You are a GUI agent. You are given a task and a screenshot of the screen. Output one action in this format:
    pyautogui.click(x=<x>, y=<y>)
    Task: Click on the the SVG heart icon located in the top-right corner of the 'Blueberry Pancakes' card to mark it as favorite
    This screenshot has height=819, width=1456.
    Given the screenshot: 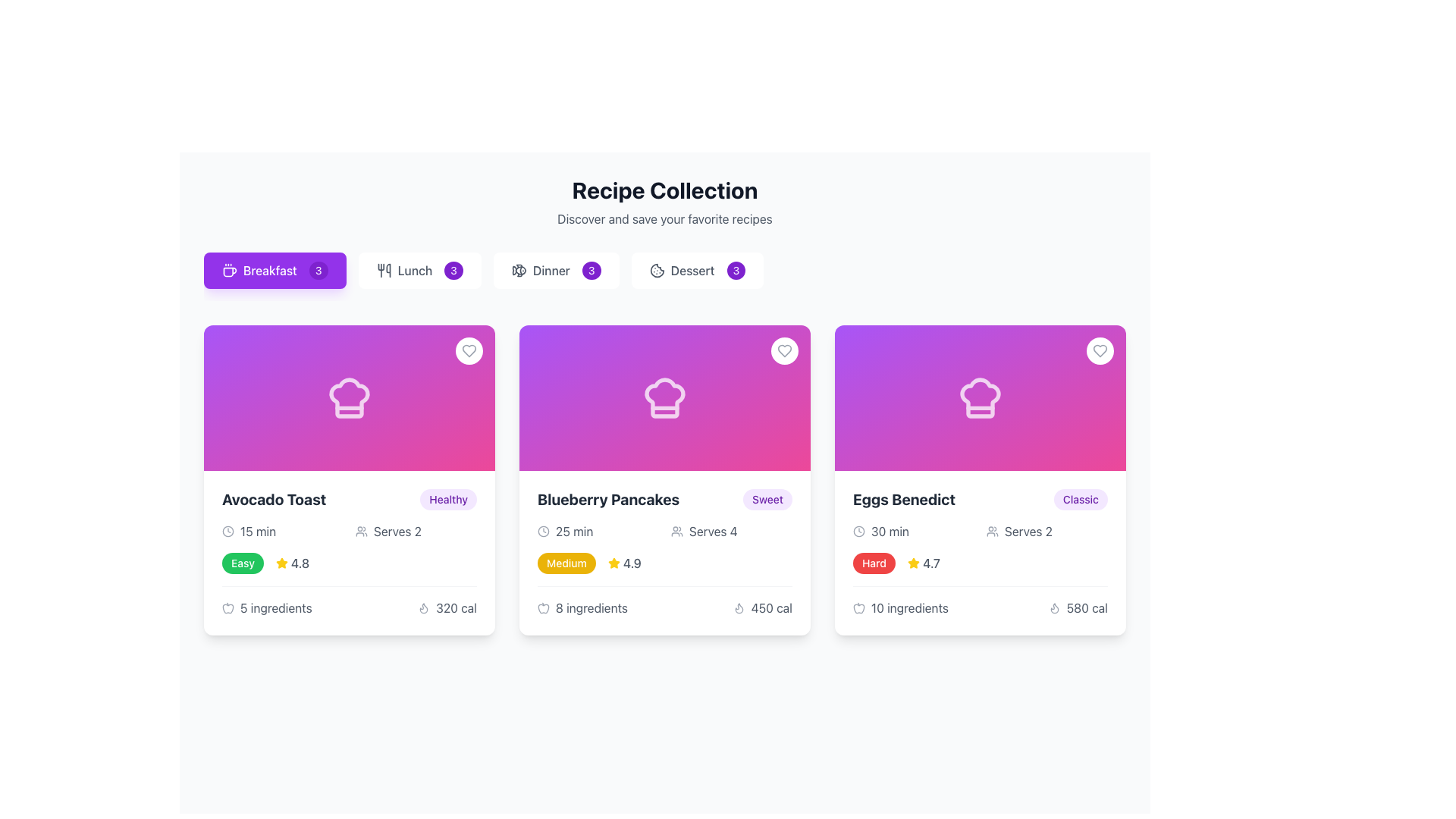 What is the action you would take?
    pyautogui.click(x=785, y=350)
    